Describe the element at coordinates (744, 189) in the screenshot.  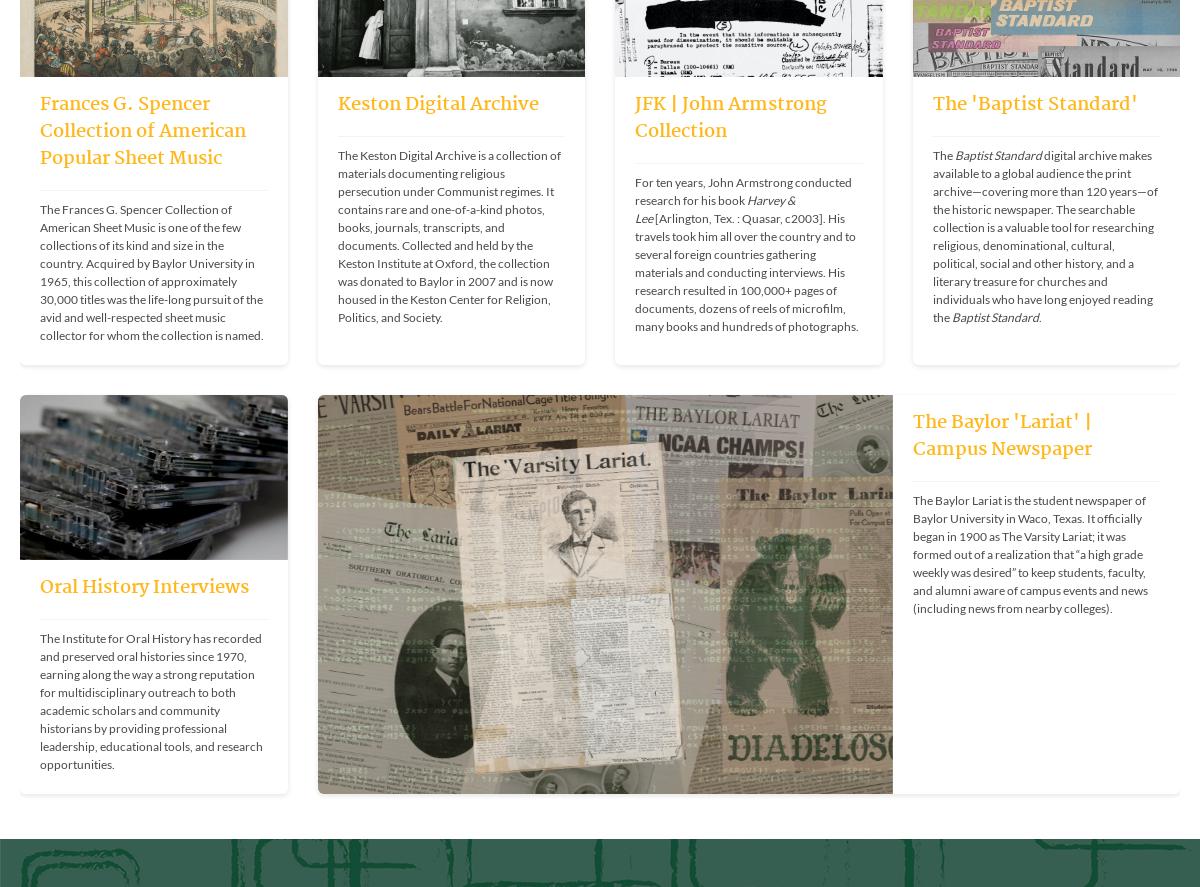
I see `'For ten years, John Armstrong conducted research for his book'` at that location.